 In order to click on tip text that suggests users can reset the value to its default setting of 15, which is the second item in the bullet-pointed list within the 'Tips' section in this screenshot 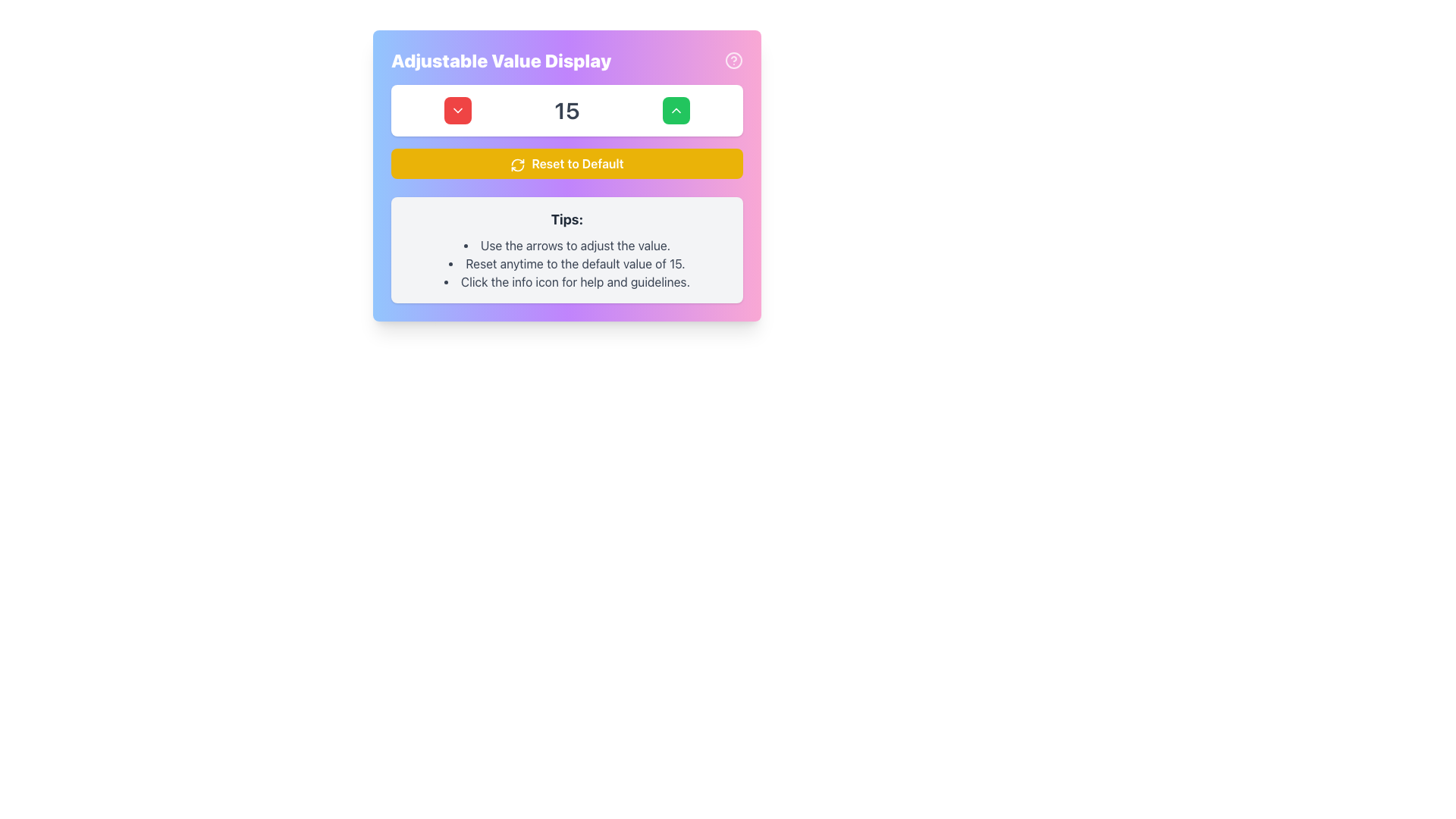, I will do `click(566, 262)`.